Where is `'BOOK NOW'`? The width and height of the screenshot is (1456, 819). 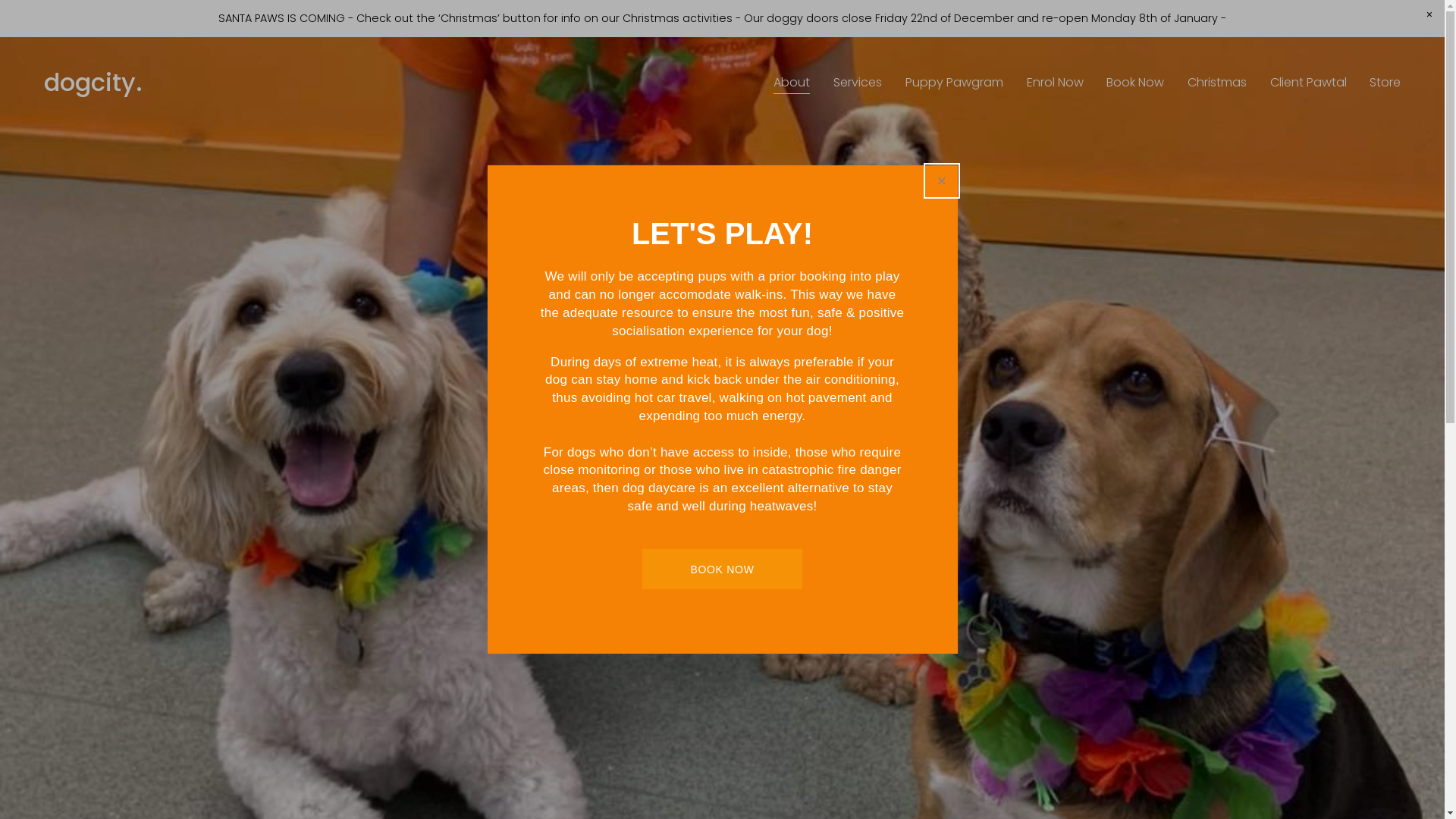 'BOOK NOW' is located at coordinates (721, 569).